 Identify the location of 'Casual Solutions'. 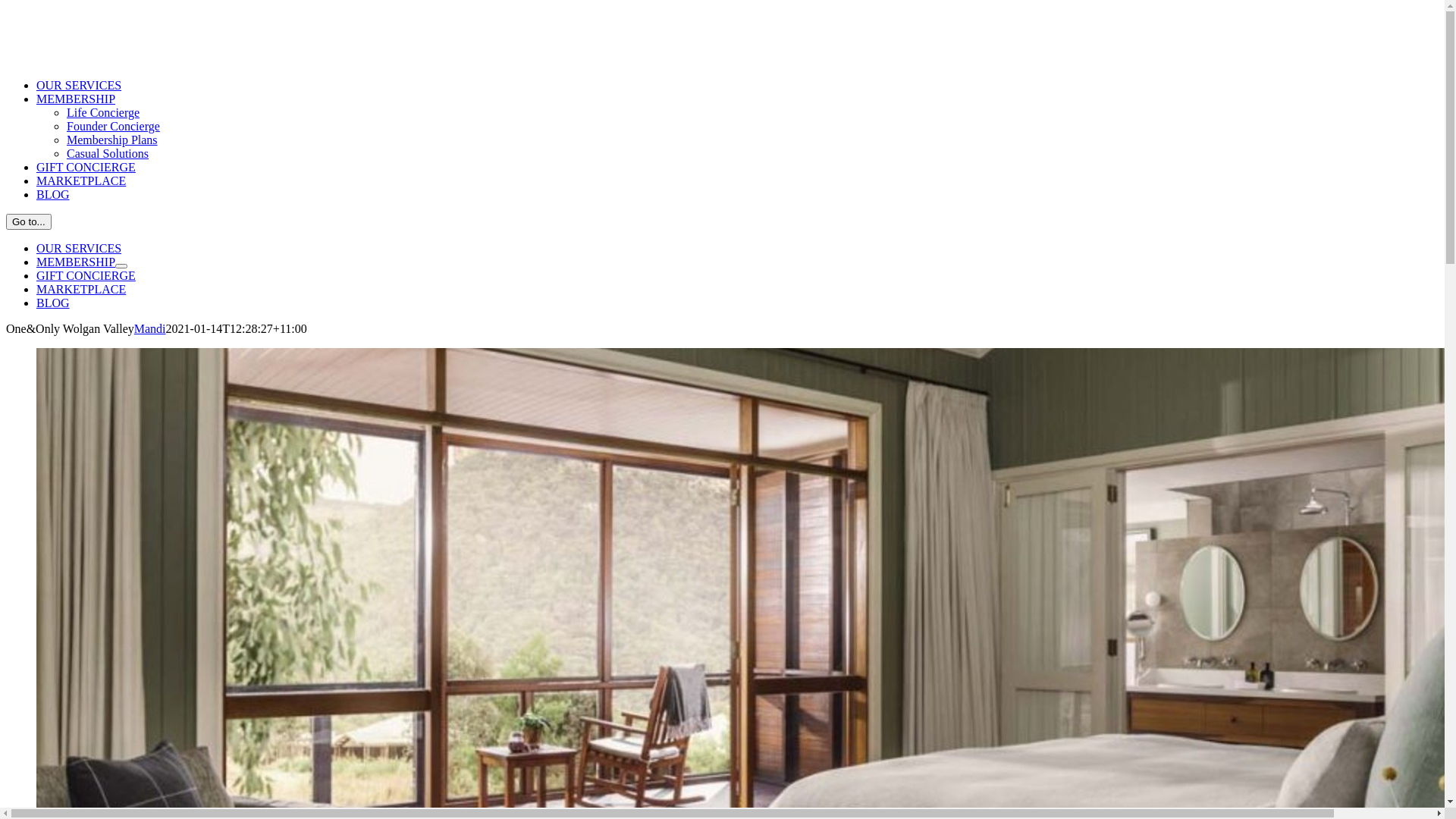
(65, 153).